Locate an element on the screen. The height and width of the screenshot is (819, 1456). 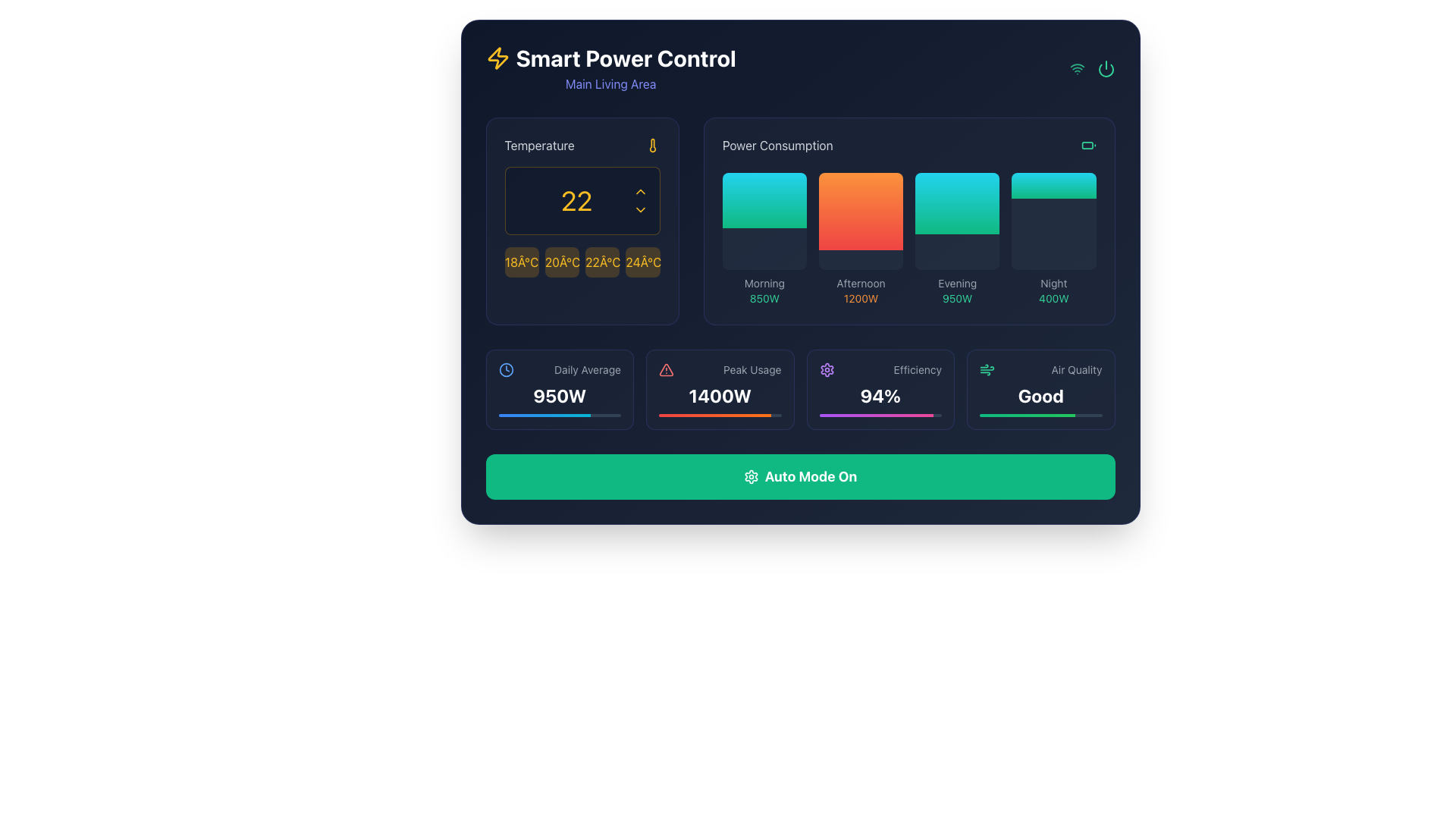
the green circular icon button resembling a power symbol, located in the upper-right corner of the interface is located at coordinates (1106, 69).